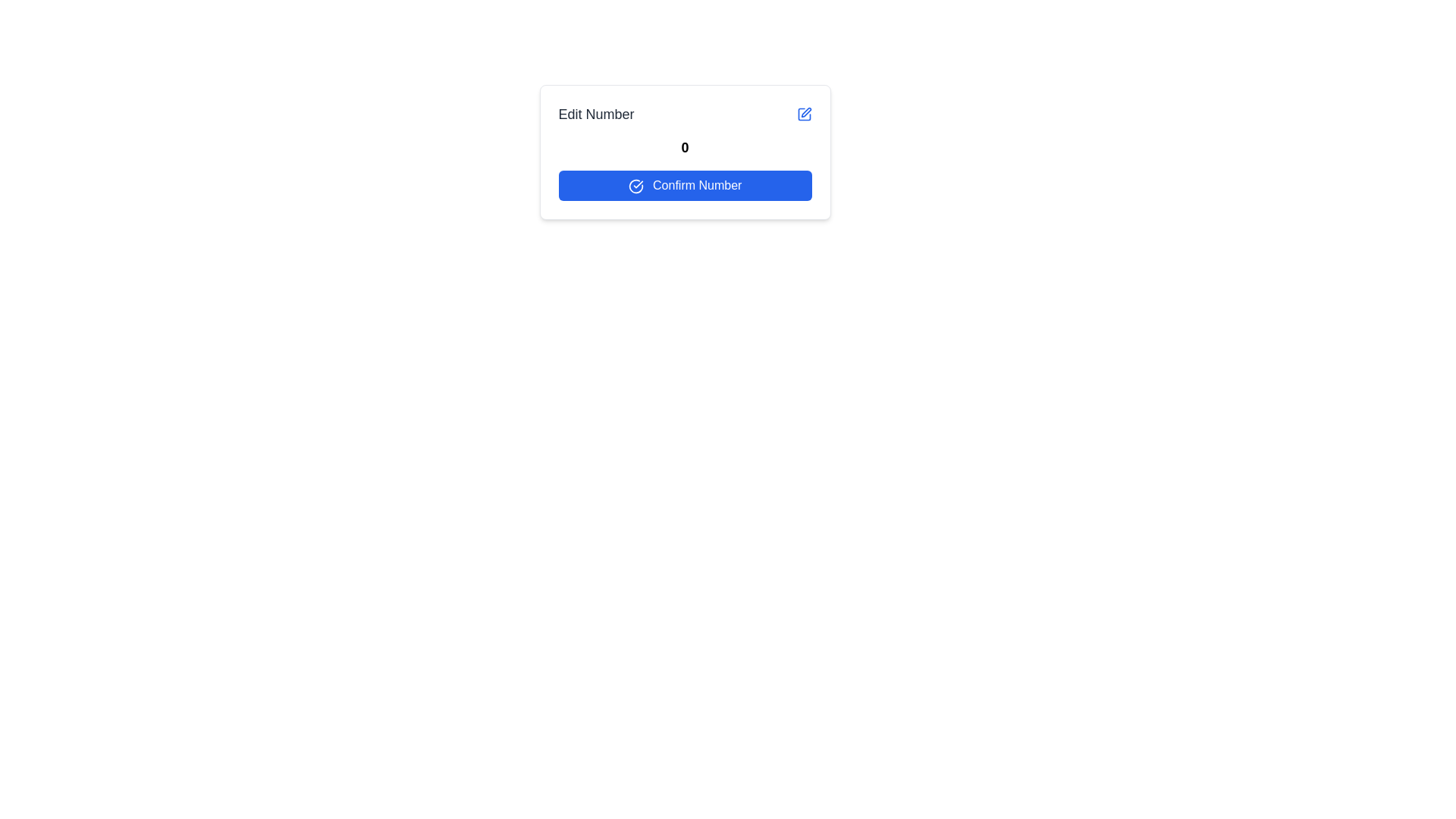 This screenshot has width=1456, height=819. Describe the element at coordinates (595, 113) in the screenshot. I see `the Text label that describes the functionality for editing a numerical value, positioned directly to the left of the edit icon` at that location.